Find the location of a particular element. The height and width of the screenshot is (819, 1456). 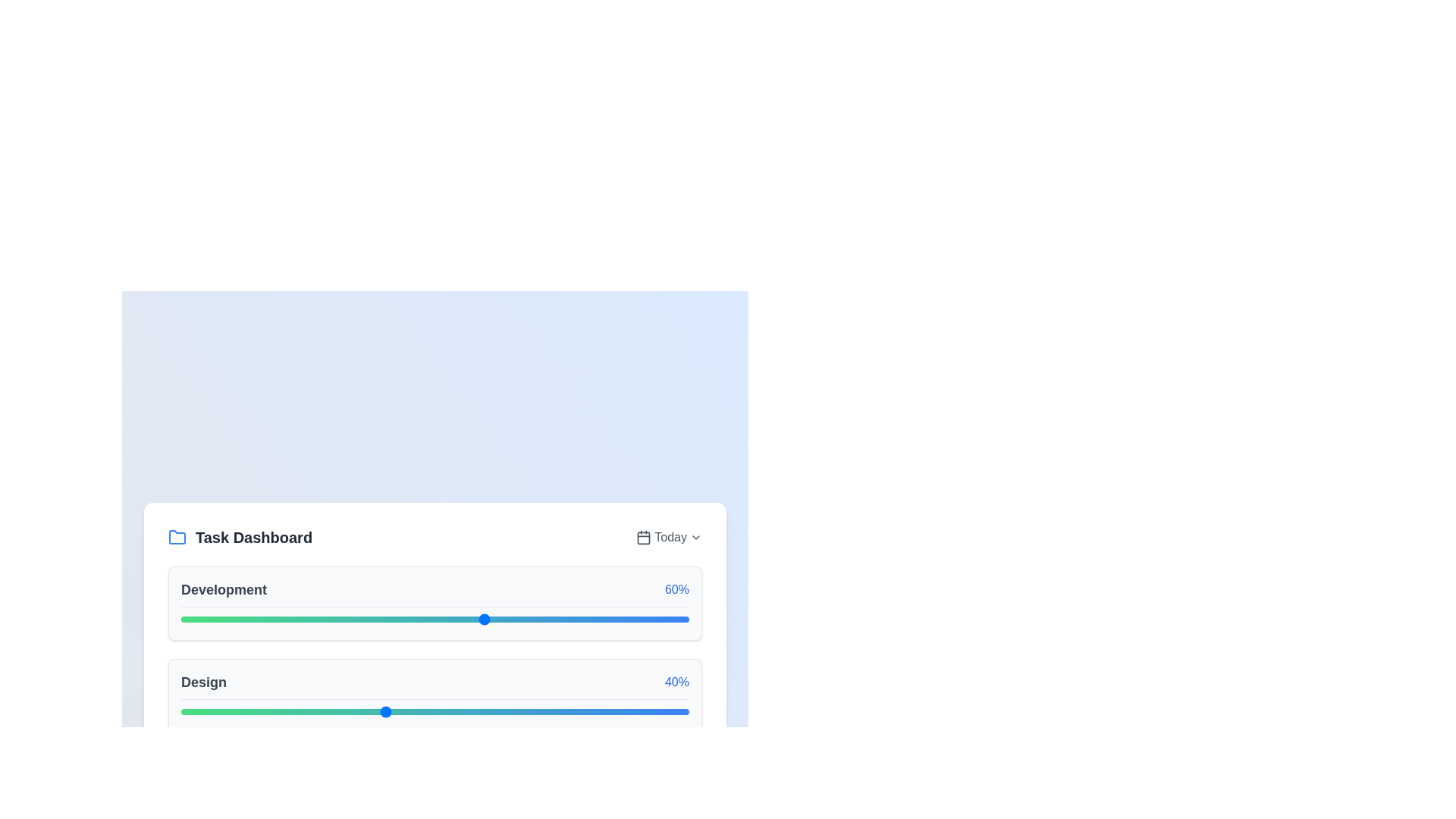

the slider is located at coordinates (516, 620).